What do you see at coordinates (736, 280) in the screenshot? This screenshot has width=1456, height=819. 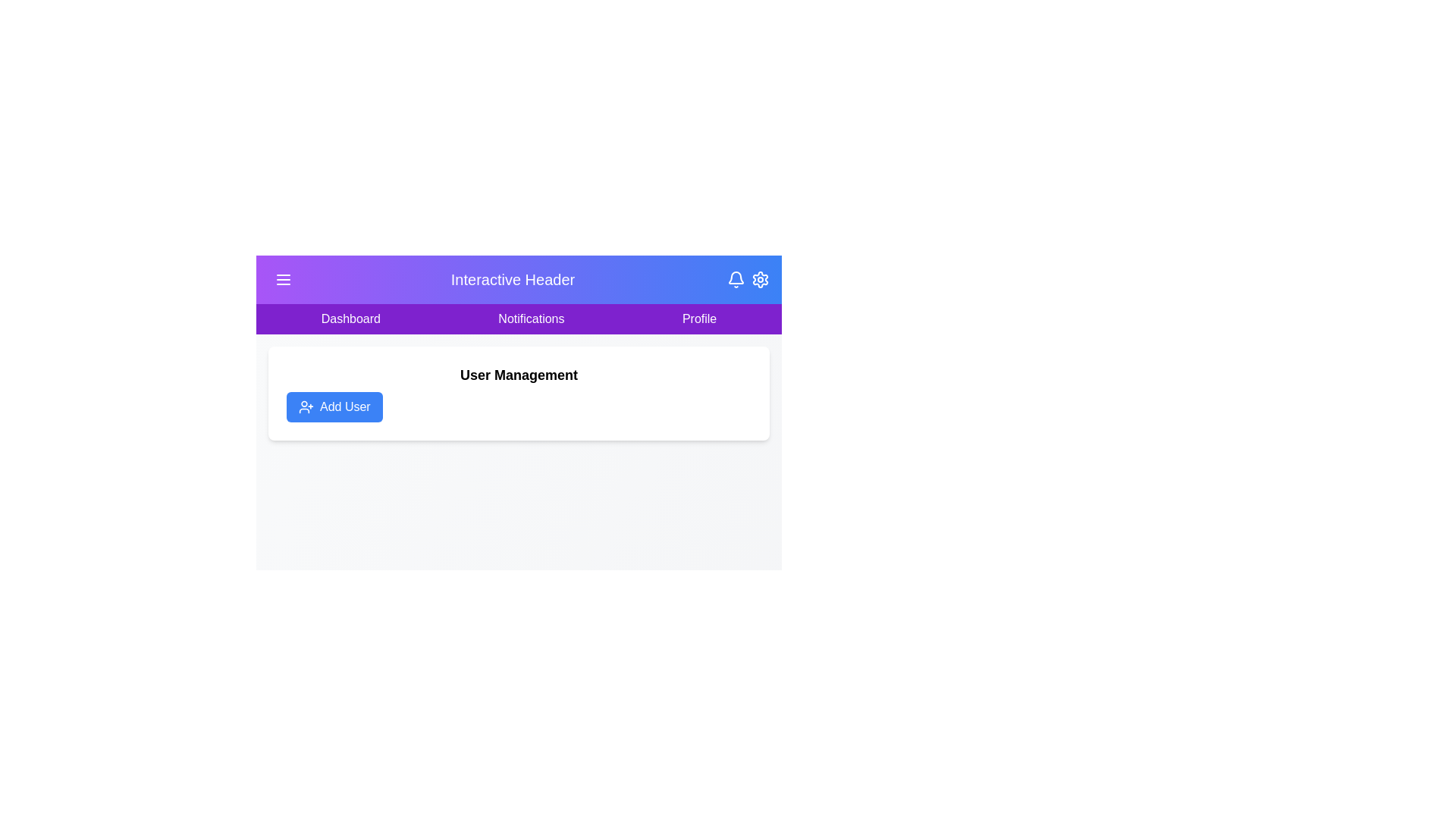 I see `the bell icon to view notifications` at bounding box center [736, 280].